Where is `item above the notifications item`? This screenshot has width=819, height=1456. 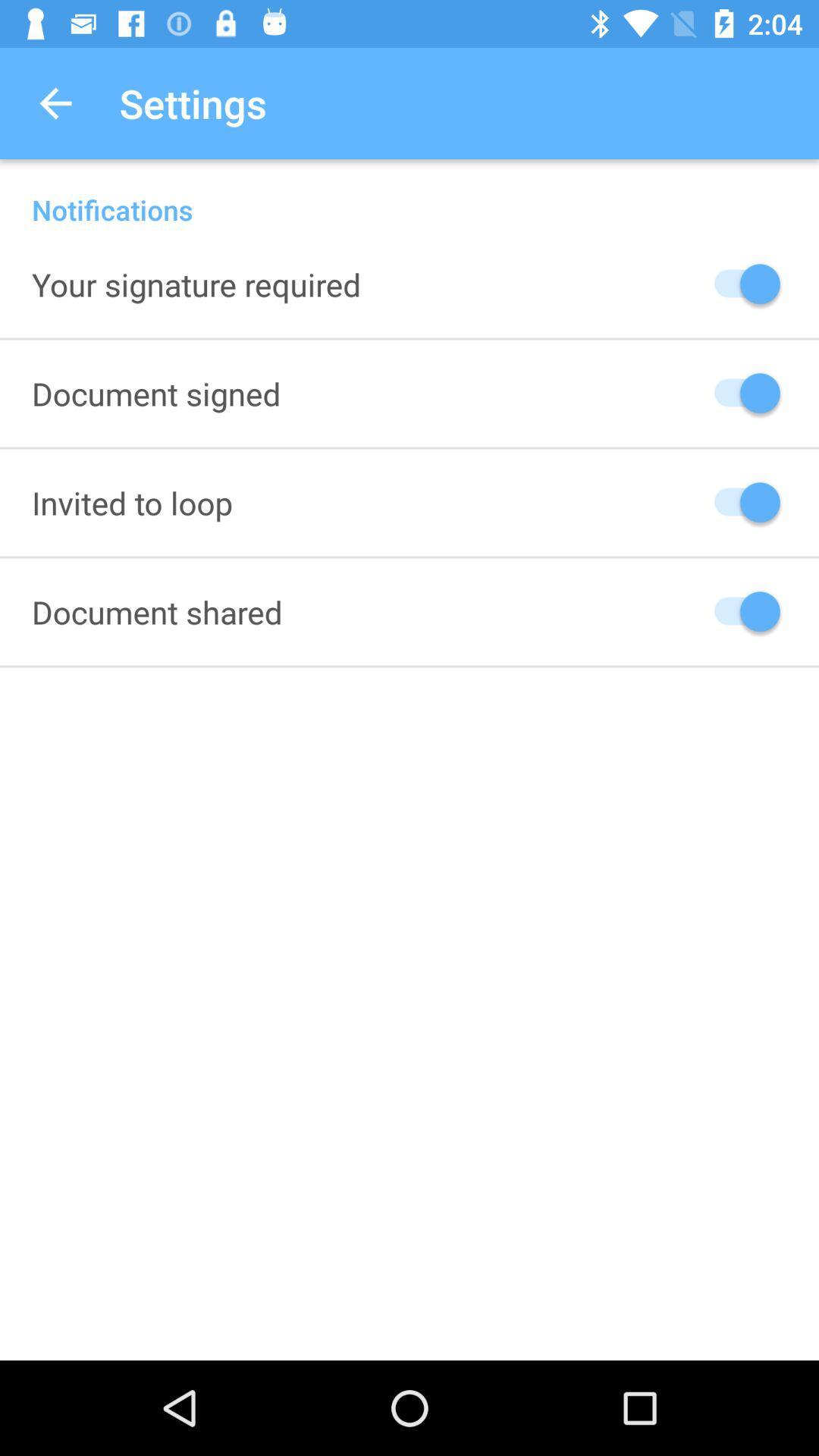
item above the notifications item is located at coordinates (55, 102).